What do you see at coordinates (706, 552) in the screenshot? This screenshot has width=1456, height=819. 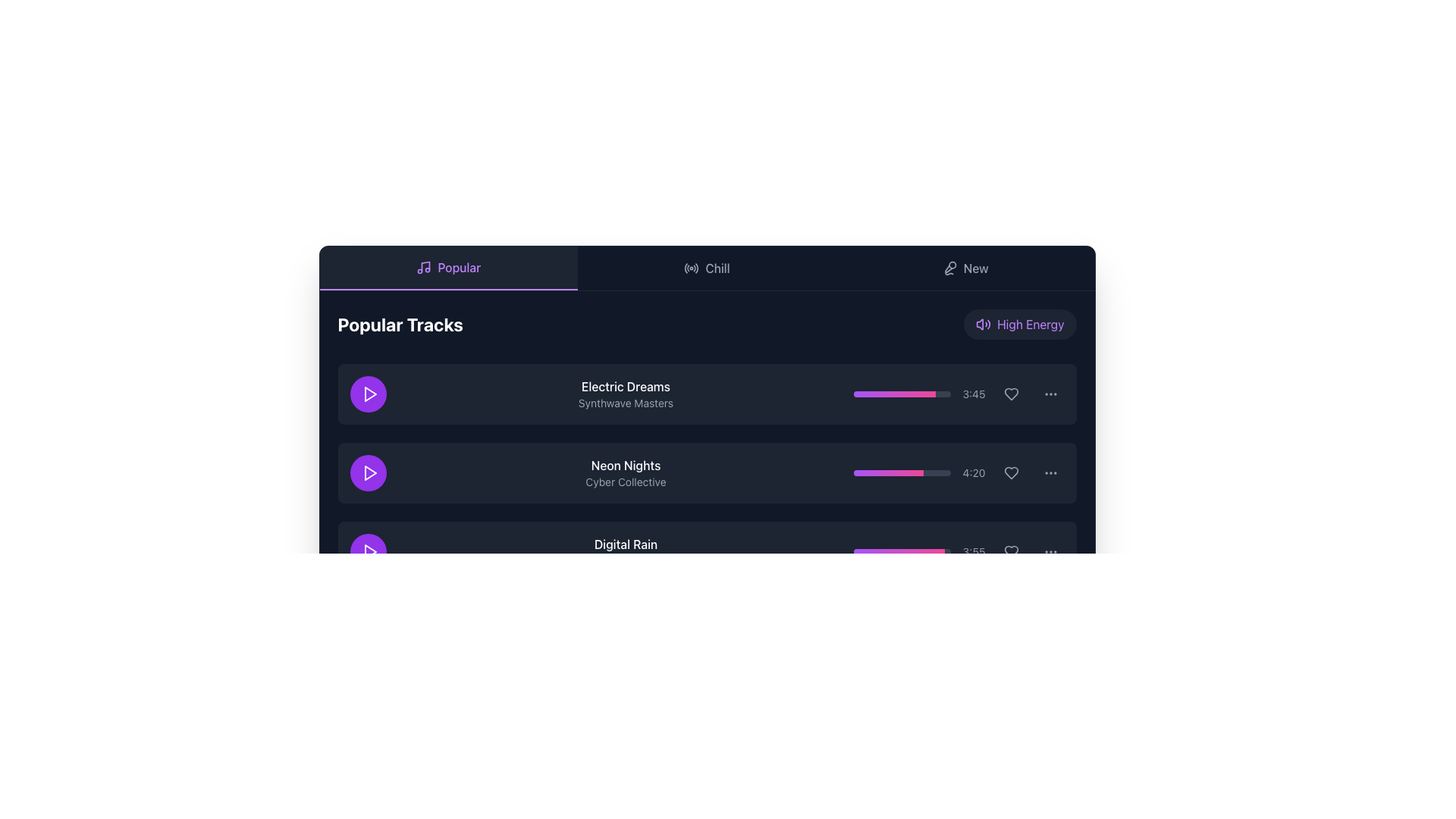 I see `the duration '3:55' of the track titled 'Digital Rain' by 'The Algorithm'` at bounding box center [706, 552].